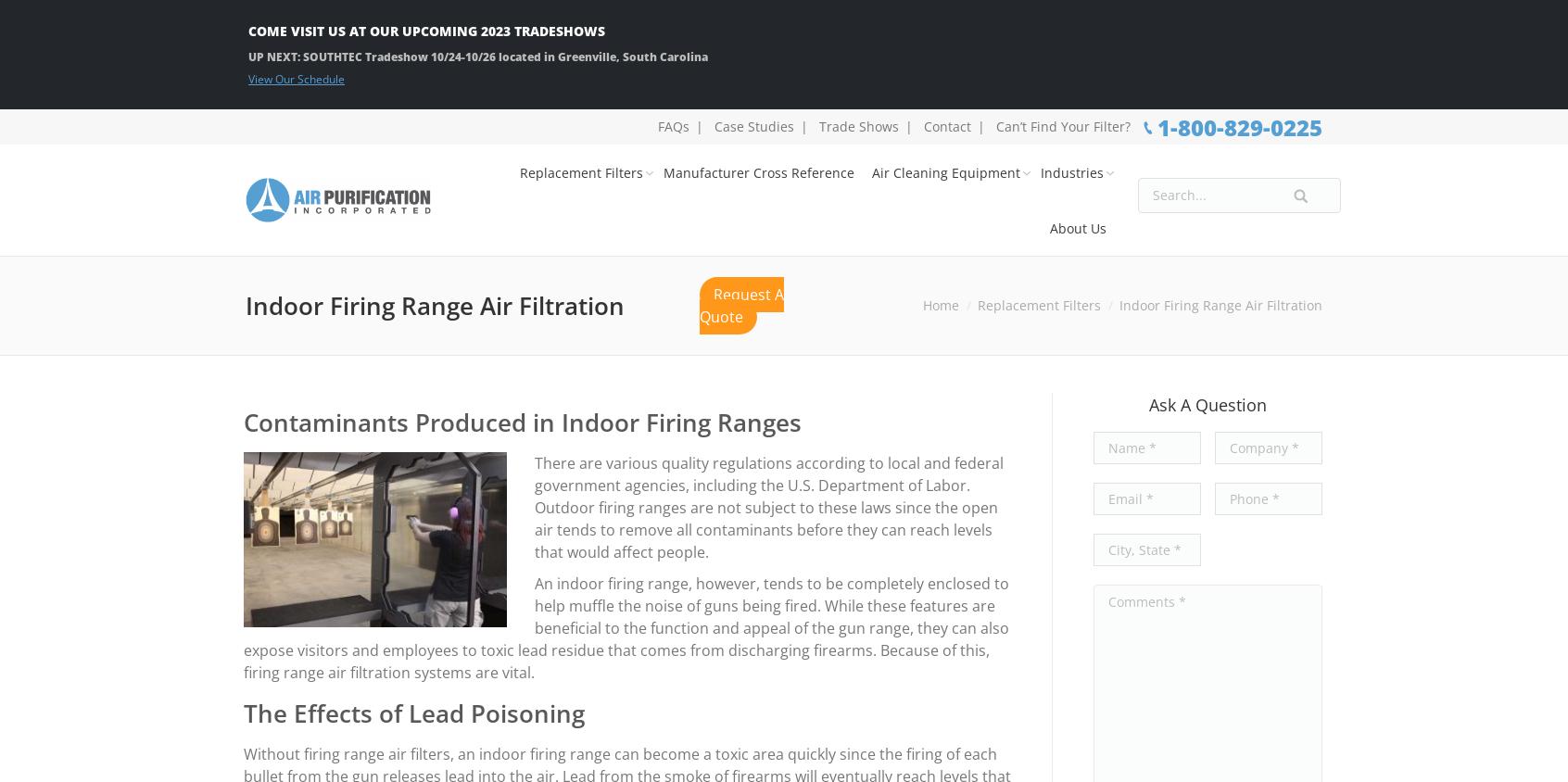 Image resolution: width=1568 pixels, height=782 pixels. I want to click on 'Home', so click(922, 305).